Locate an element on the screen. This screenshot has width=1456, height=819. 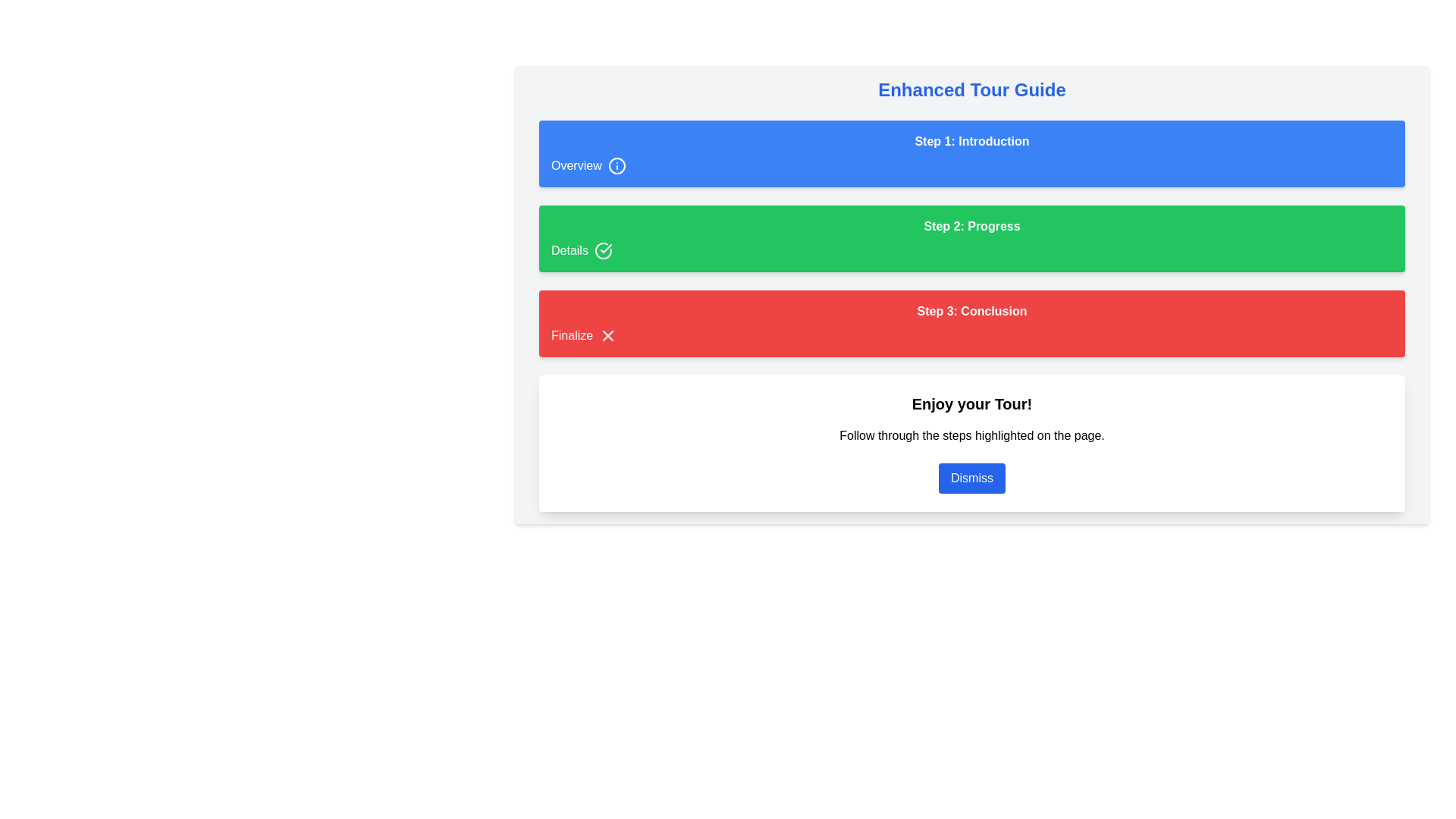
the Guided step panel, which features a red background with white text, displaying 'Step 3: Conclusion' and a smaller 'Finalize' text near an icon is located at coordinates (971, 323).